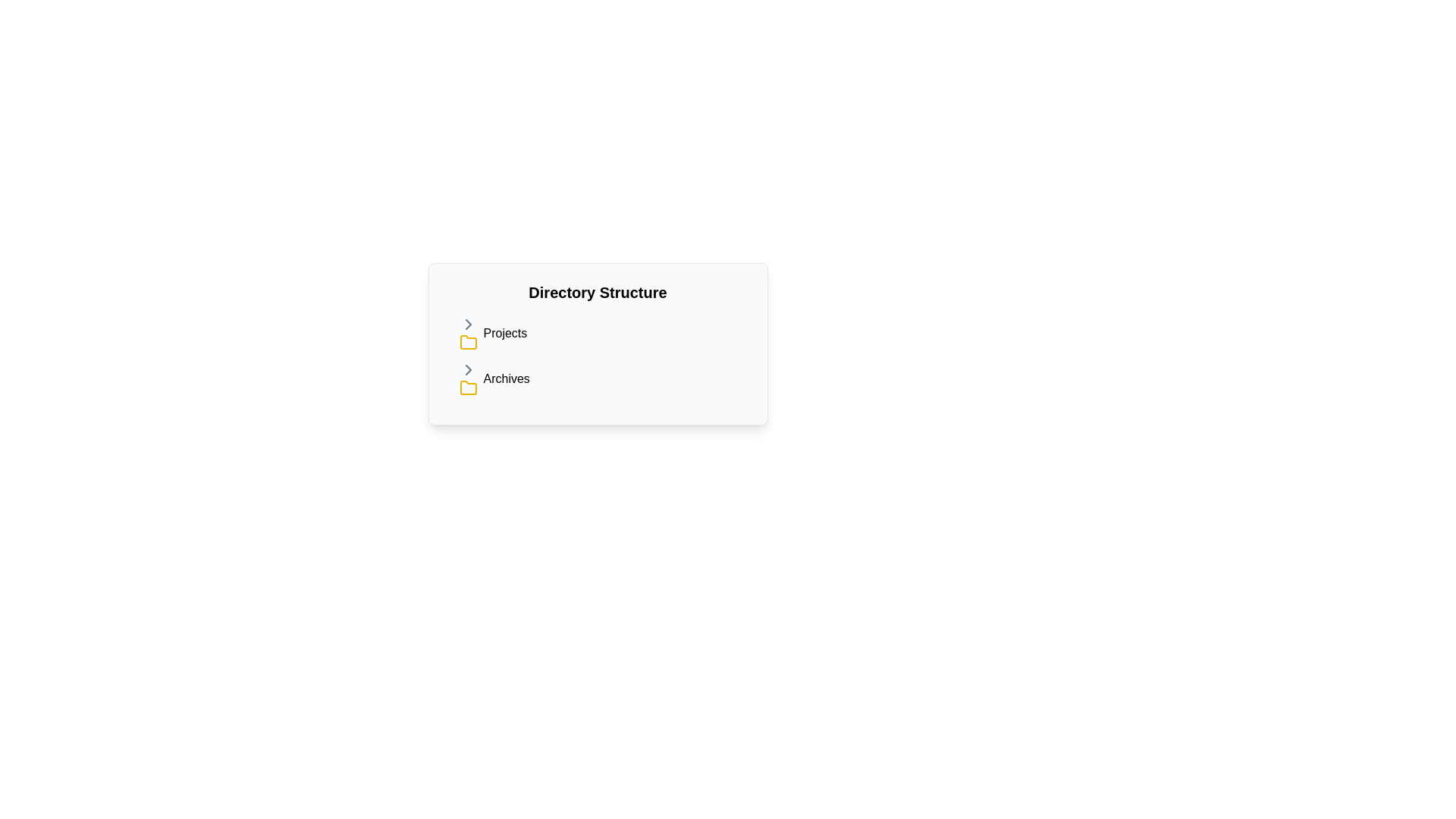  Describe the element at coordinates (506, 378) in the screenshot. I see `the 'Archives' text label, which is styled in a simple font and positioned below the 'Projects' folder in a hierarchical directory structure` at that location.